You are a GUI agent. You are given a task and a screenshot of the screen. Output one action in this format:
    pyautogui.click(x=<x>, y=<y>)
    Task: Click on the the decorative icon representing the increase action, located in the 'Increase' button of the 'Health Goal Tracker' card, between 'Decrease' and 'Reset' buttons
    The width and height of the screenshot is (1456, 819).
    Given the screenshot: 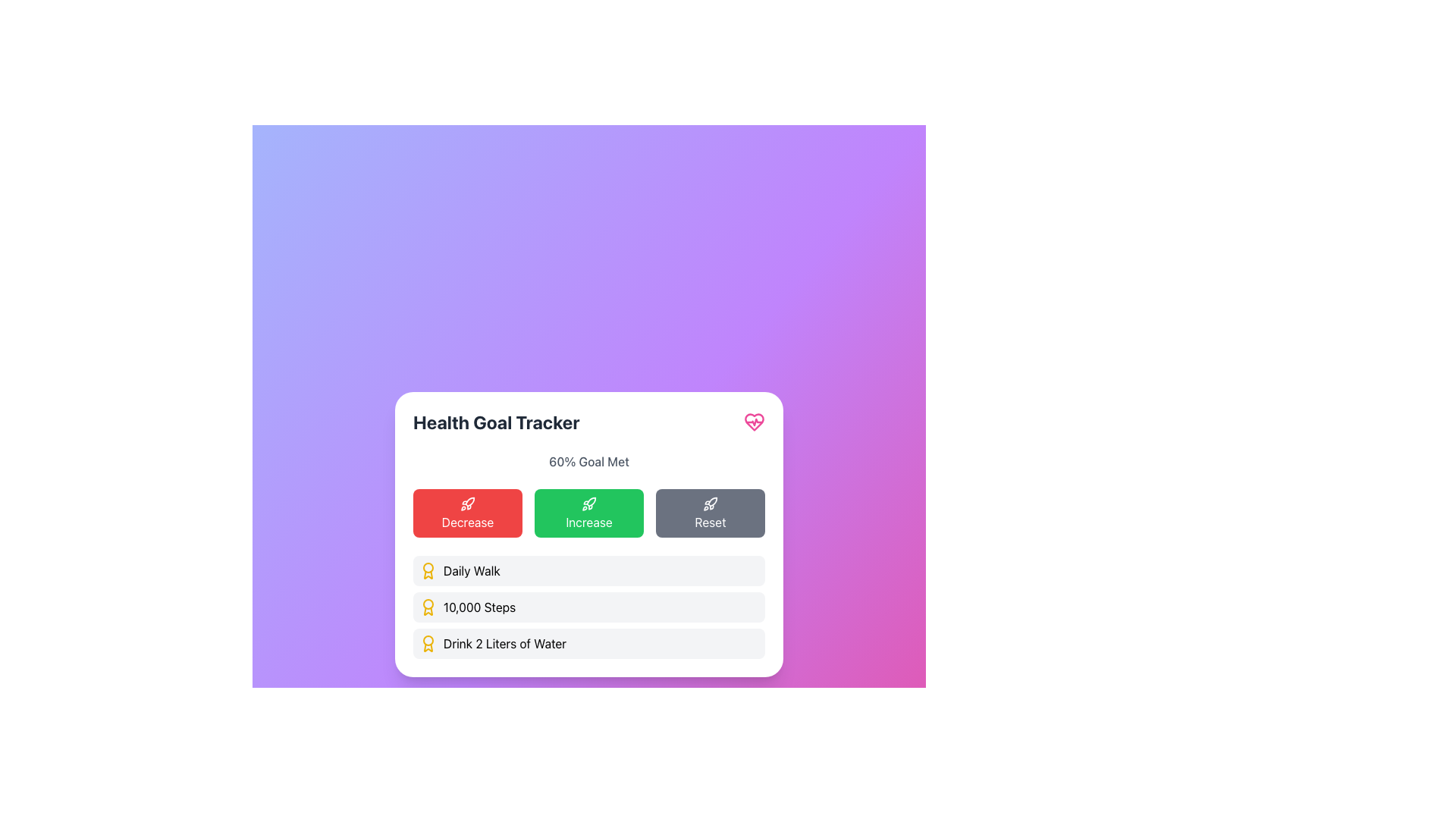 What is the action you would take?
    pyautogui.click(x=588, y=504)
    